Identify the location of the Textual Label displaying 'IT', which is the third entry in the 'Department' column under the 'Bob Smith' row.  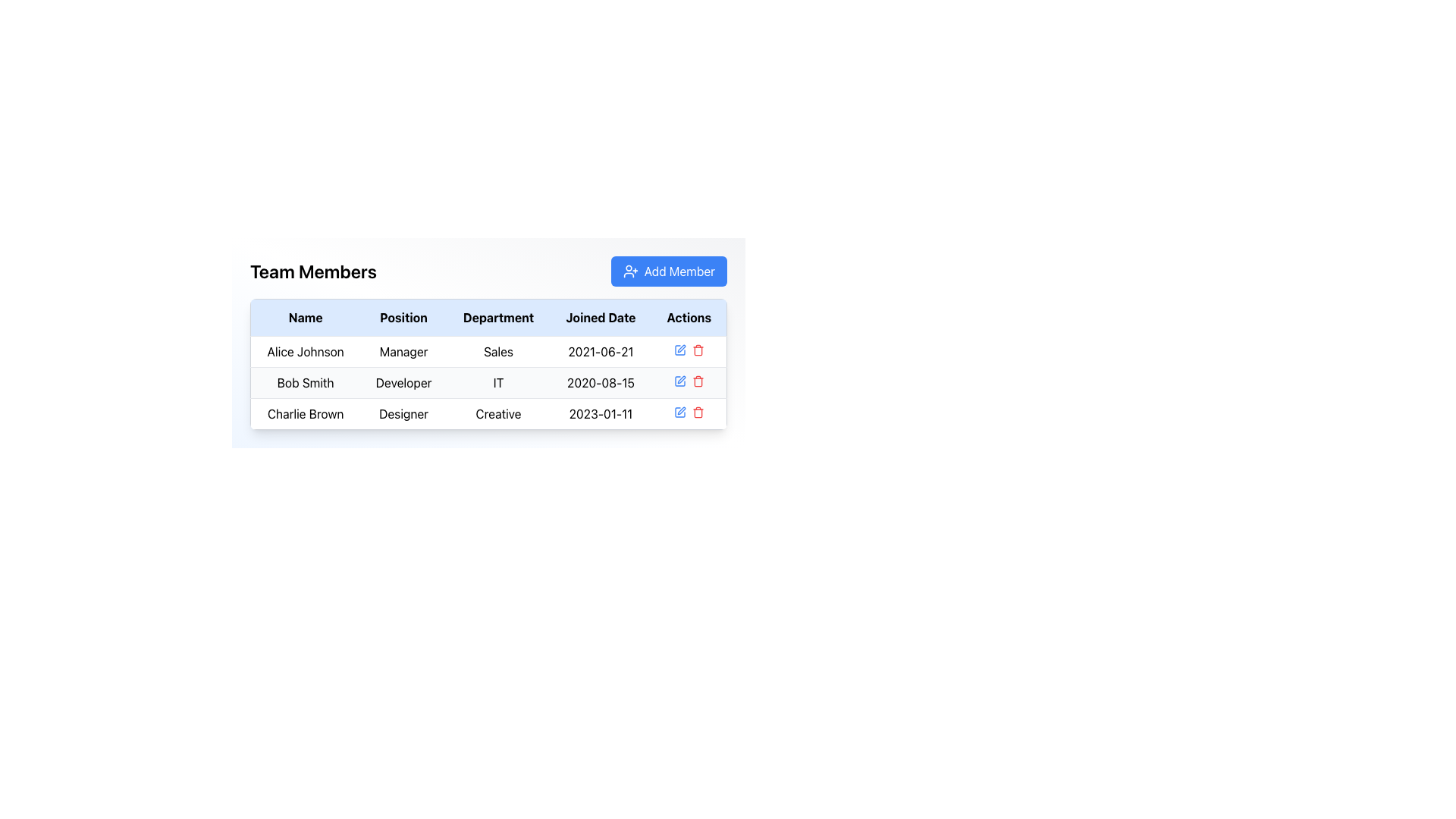
(498, 382).